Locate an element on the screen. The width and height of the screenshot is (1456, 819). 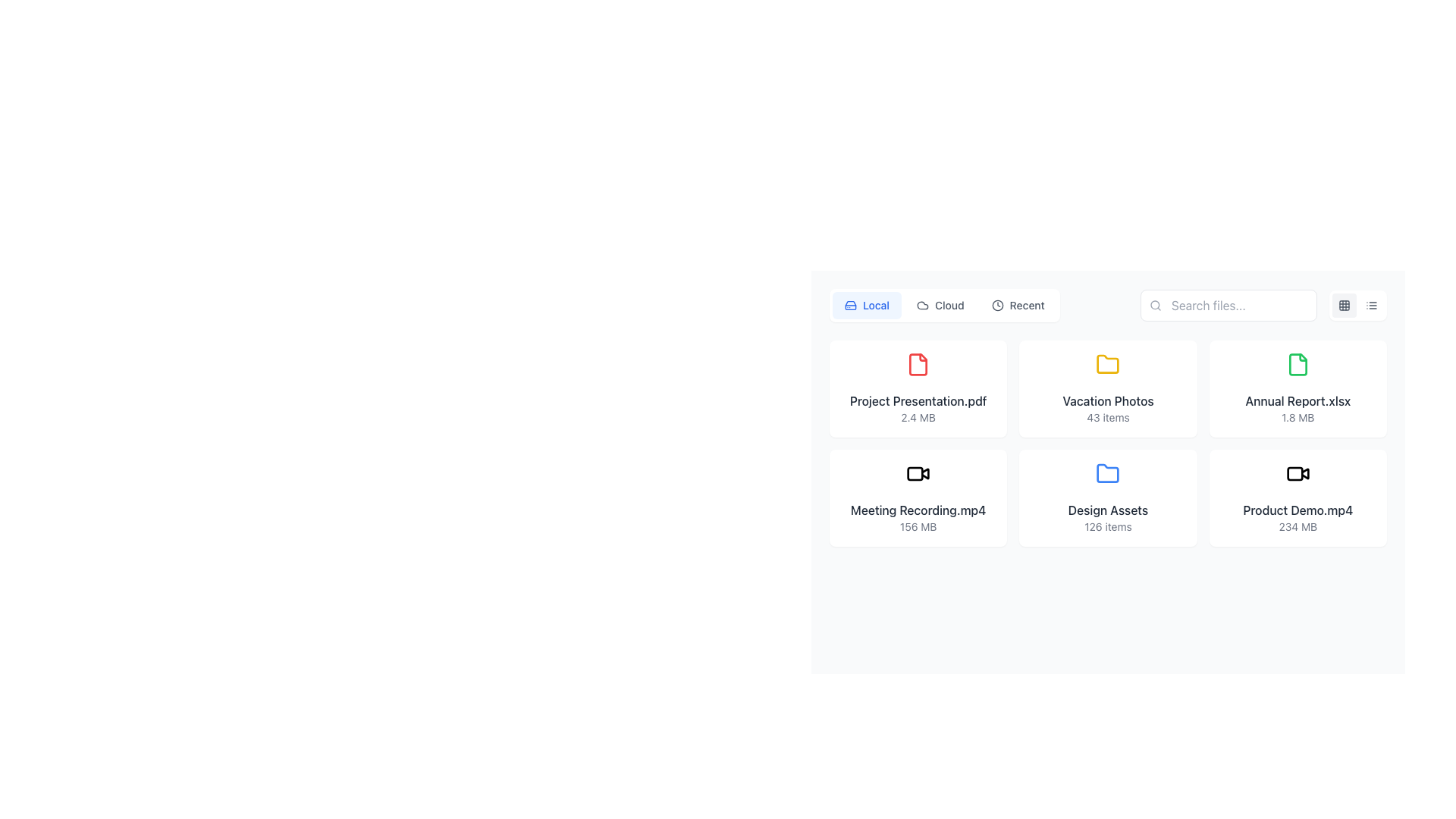
the 'Annual Report.xlsx' file item is located at coordinates (1297, 388).